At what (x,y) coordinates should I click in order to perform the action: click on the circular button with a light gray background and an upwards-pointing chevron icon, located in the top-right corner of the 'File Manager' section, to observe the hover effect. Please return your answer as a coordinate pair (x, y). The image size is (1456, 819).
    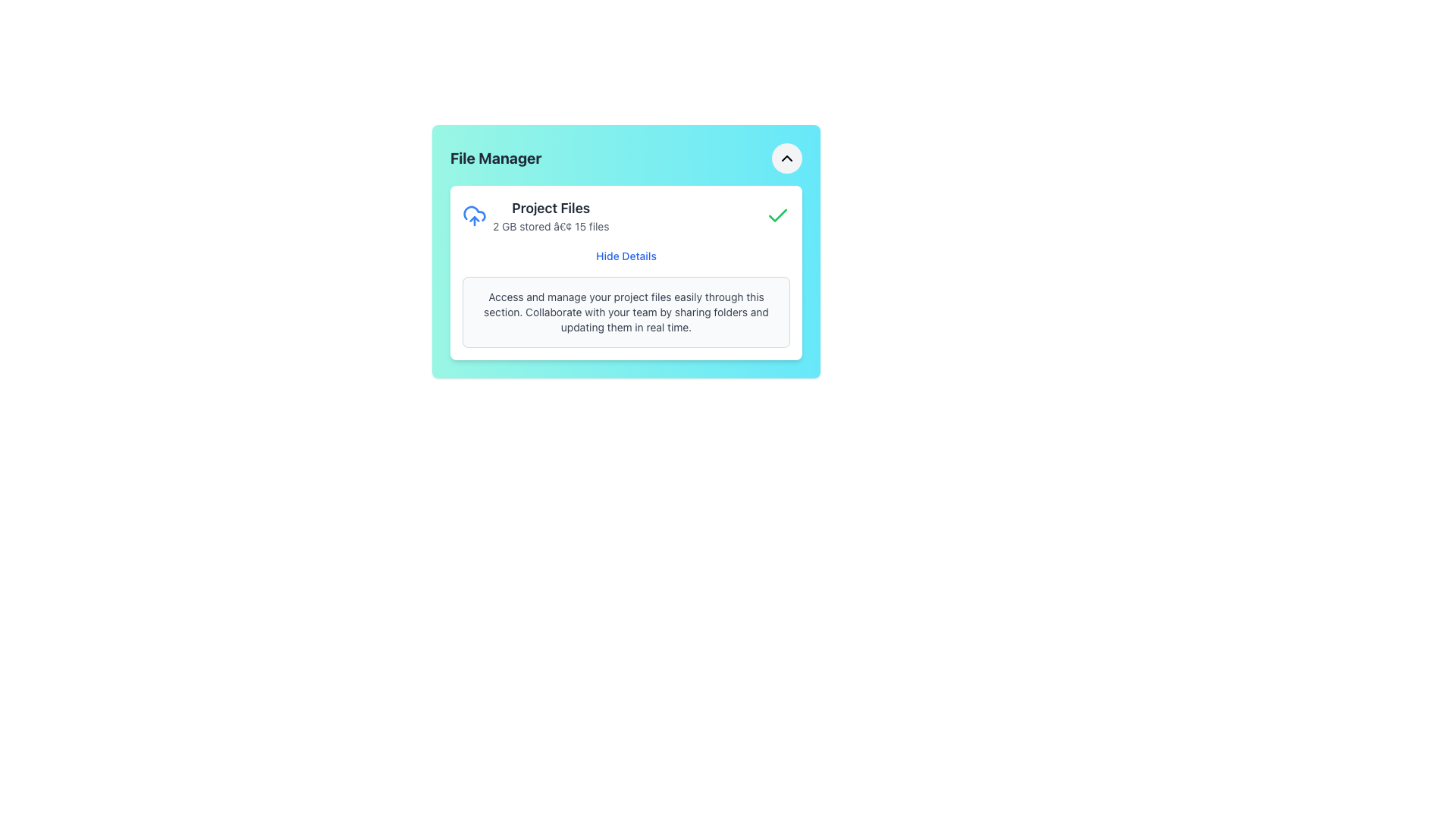
    Looking at the image, I should click on (786, 158).